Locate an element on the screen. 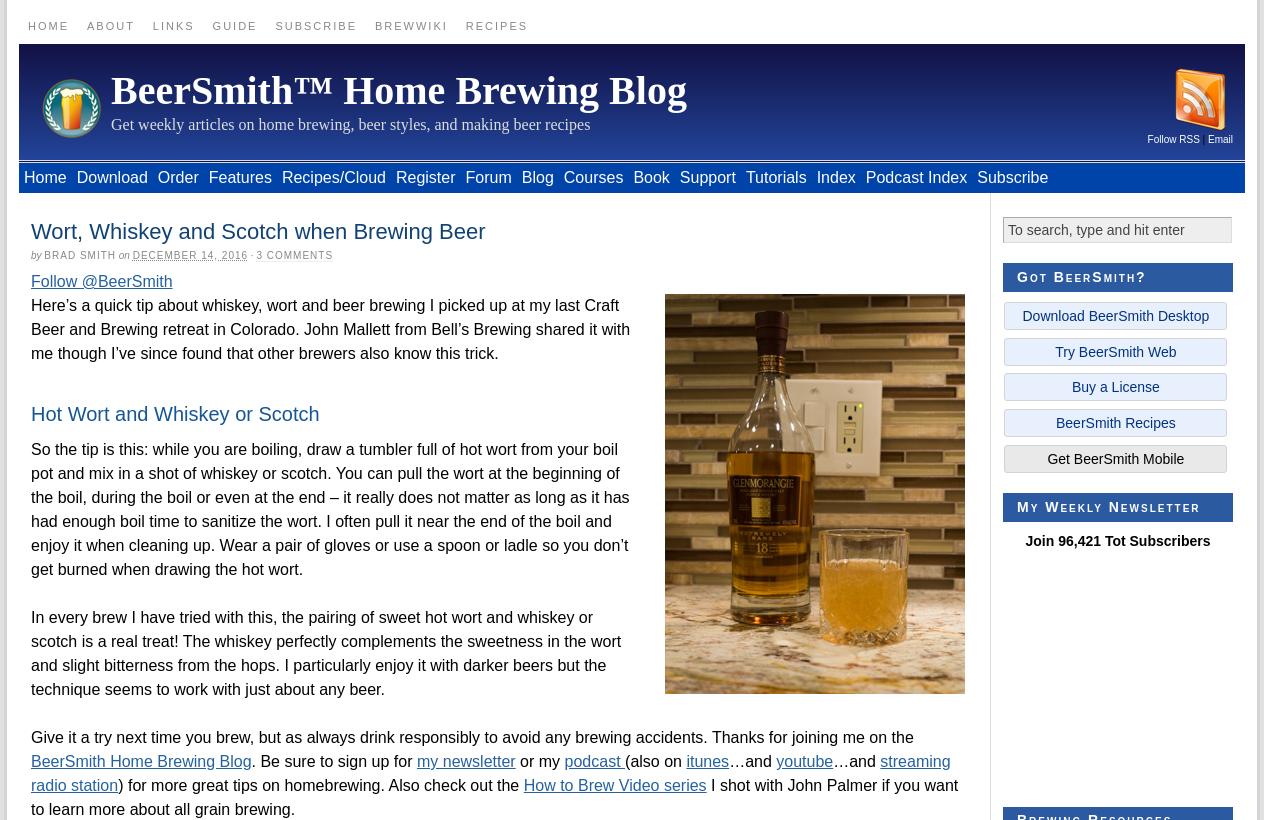 This screenshot has width=1264, height=820. '(also on' is located at coordinates (654, 760).